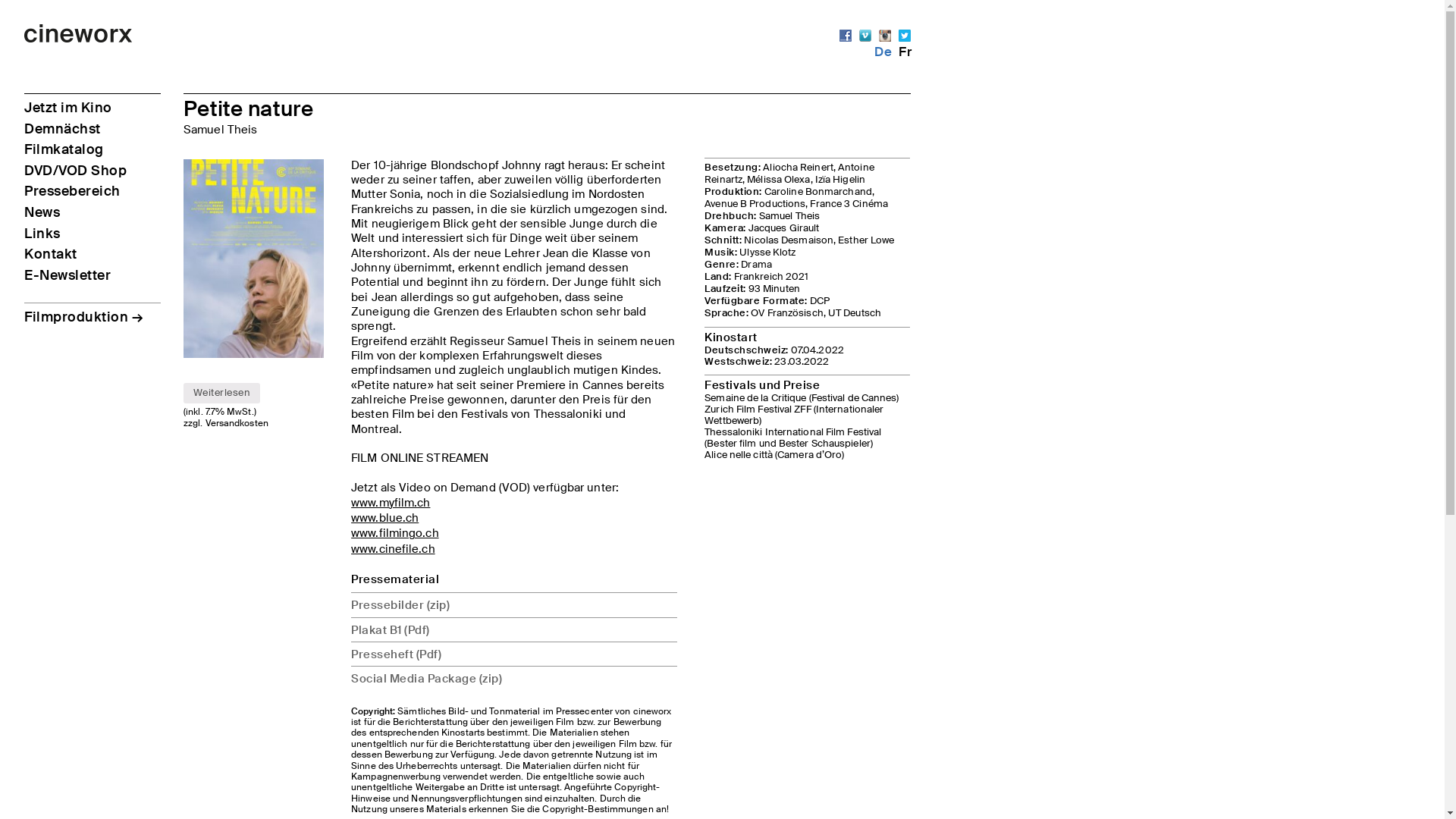 This screenshot has width=1456, height=819. What do you see at coordinates (350, 548) in the screenshot?
I see `'www.cinefile.ch'` at bounding box center [350, 548].